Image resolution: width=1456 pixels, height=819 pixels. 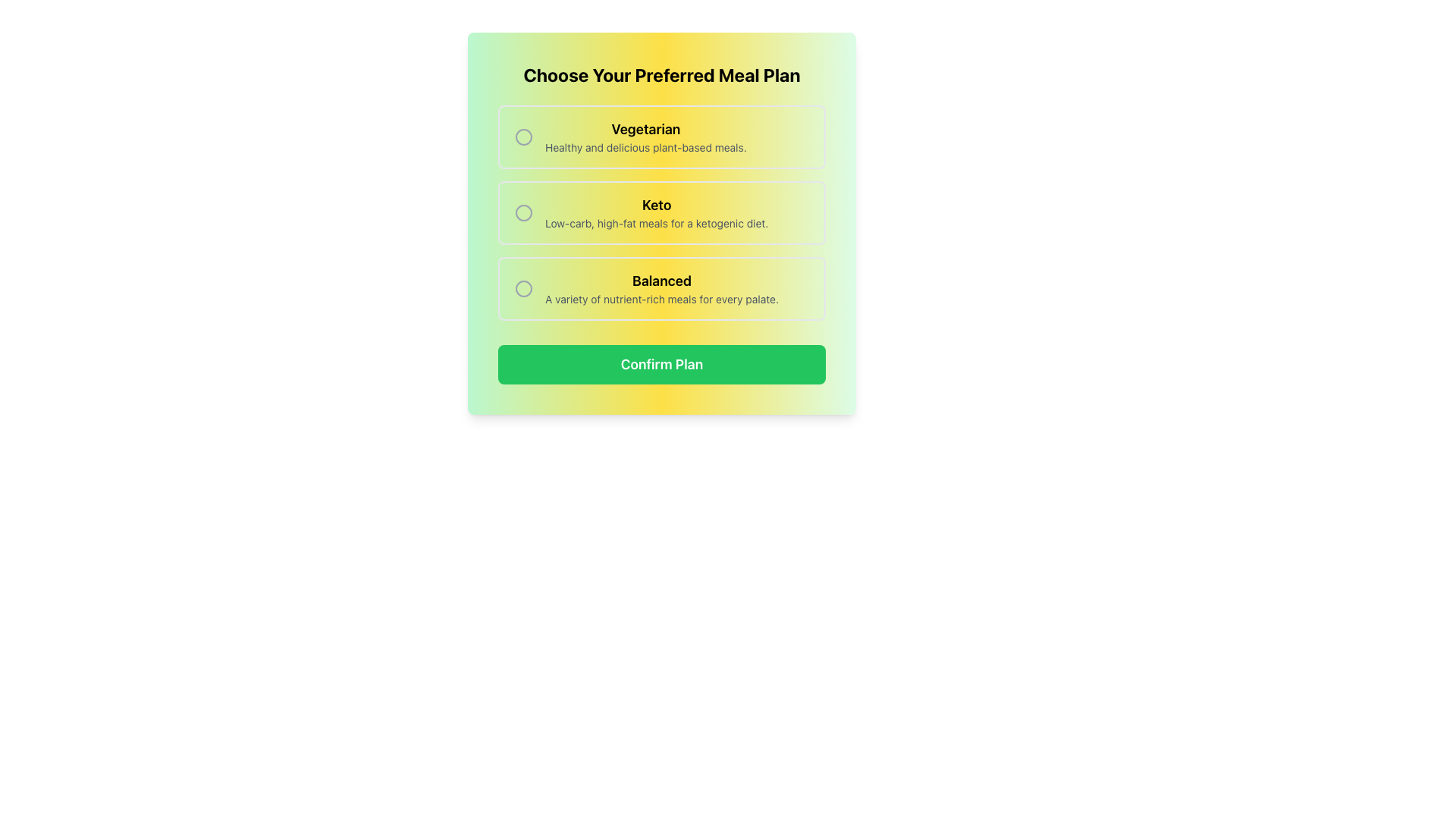 What do you see at coordinates (524, 137) in the screenshot?
I see `the radio button for the Vegetarian meal plan option` at bounding box center [524, 137].